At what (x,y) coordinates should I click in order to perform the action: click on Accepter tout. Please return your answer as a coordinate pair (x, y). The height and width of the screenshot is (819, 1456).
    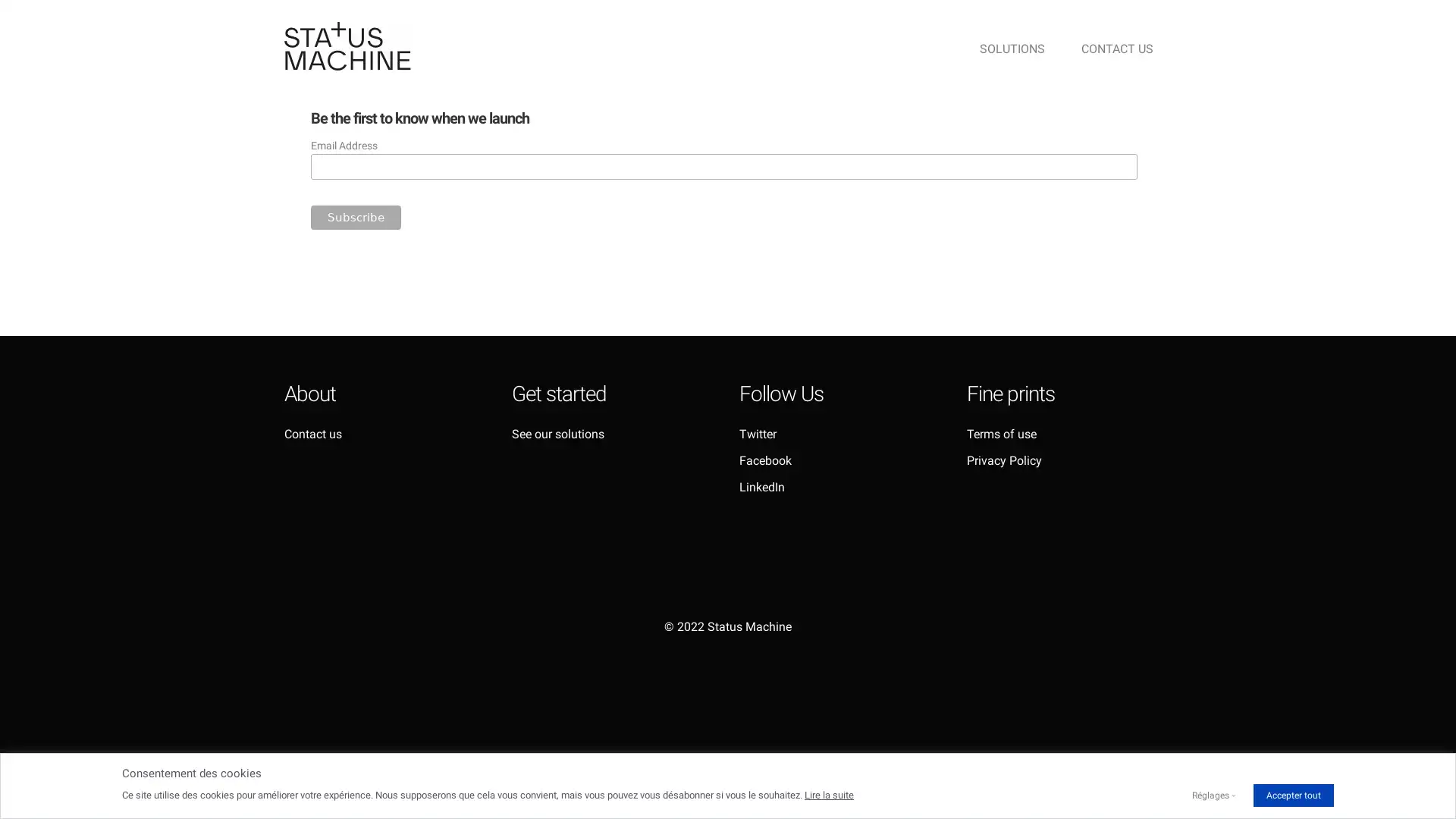
    Looking at the image, I should click on (1292, 795).